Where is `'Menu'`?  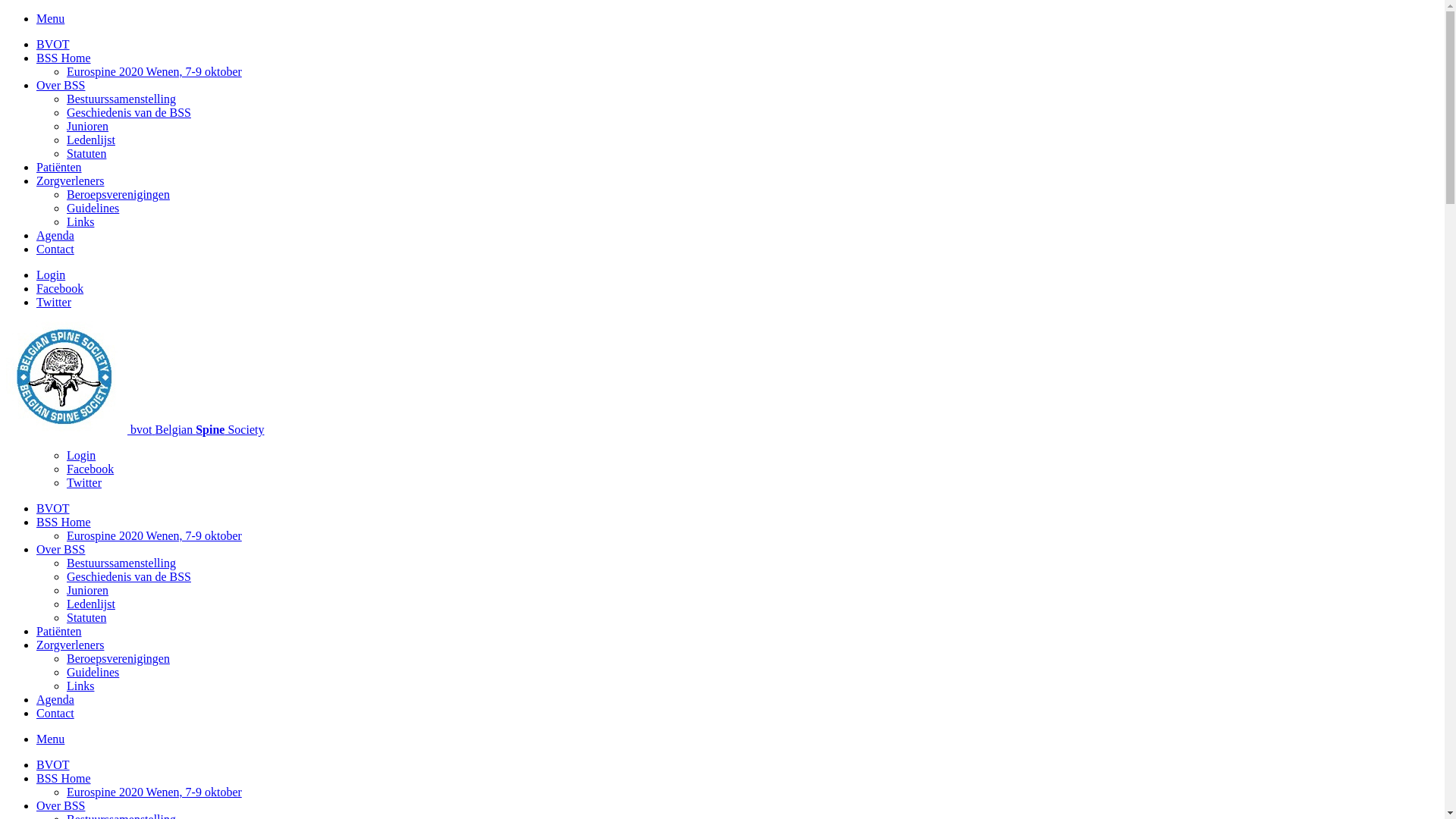
'Menu' is located at coordinates (50, 738).